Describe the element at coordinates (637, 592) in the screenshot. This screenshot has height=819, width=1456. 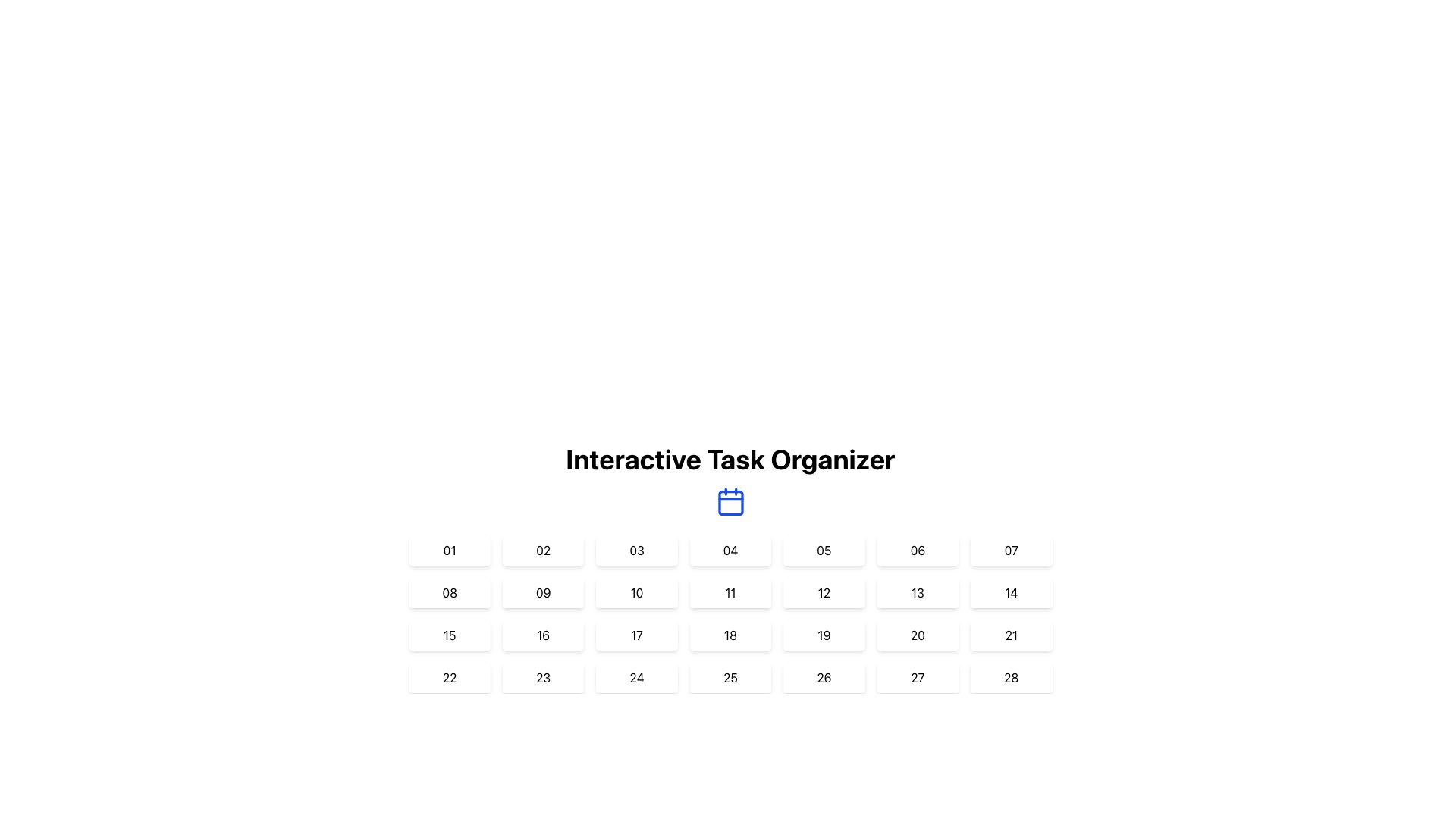
I see `the button displaying the number '10' with a light gray background to trigger the visual hover effect` at that location.